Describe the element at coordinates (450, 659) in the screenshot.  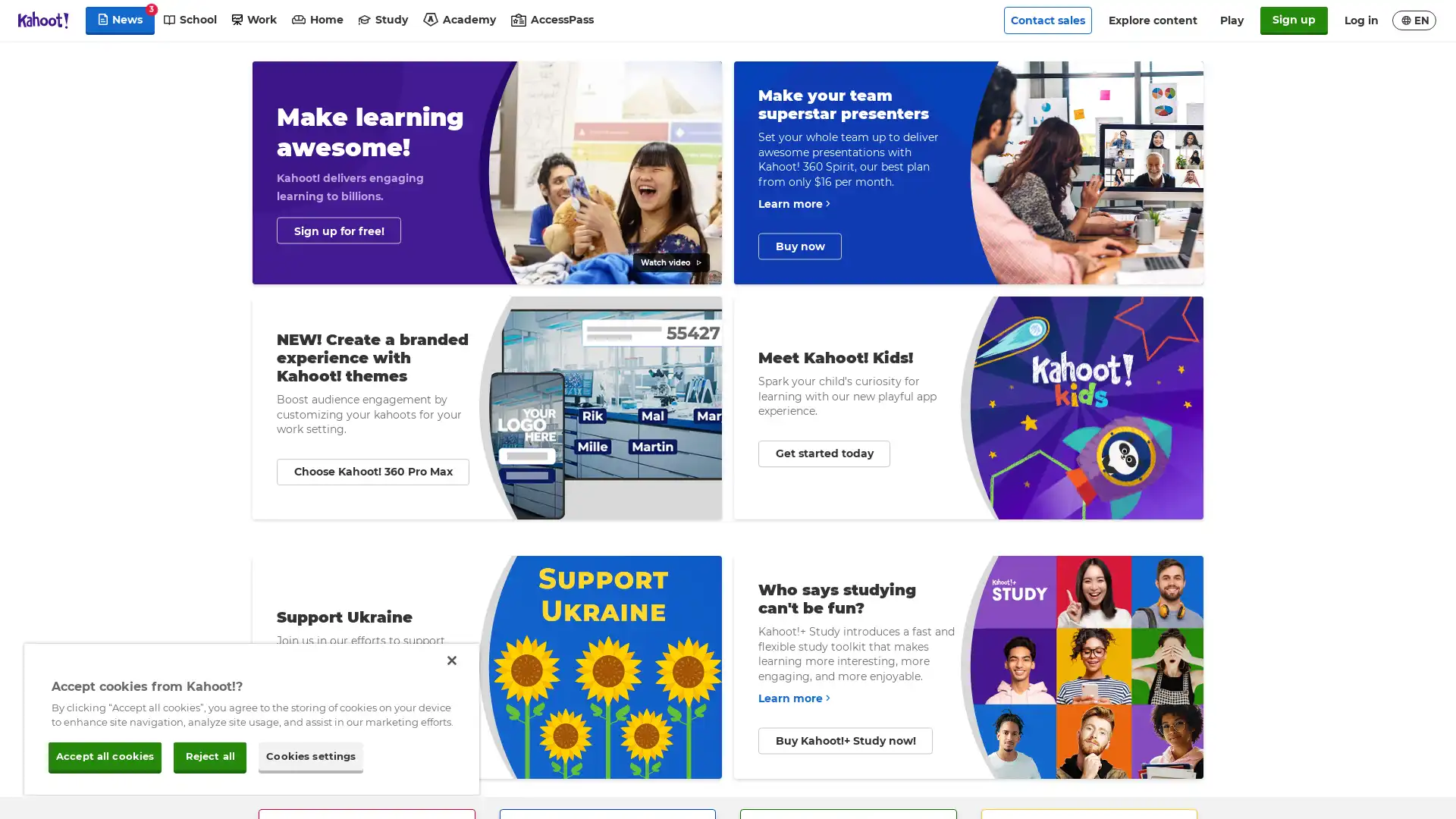
I see `Close` at that location.